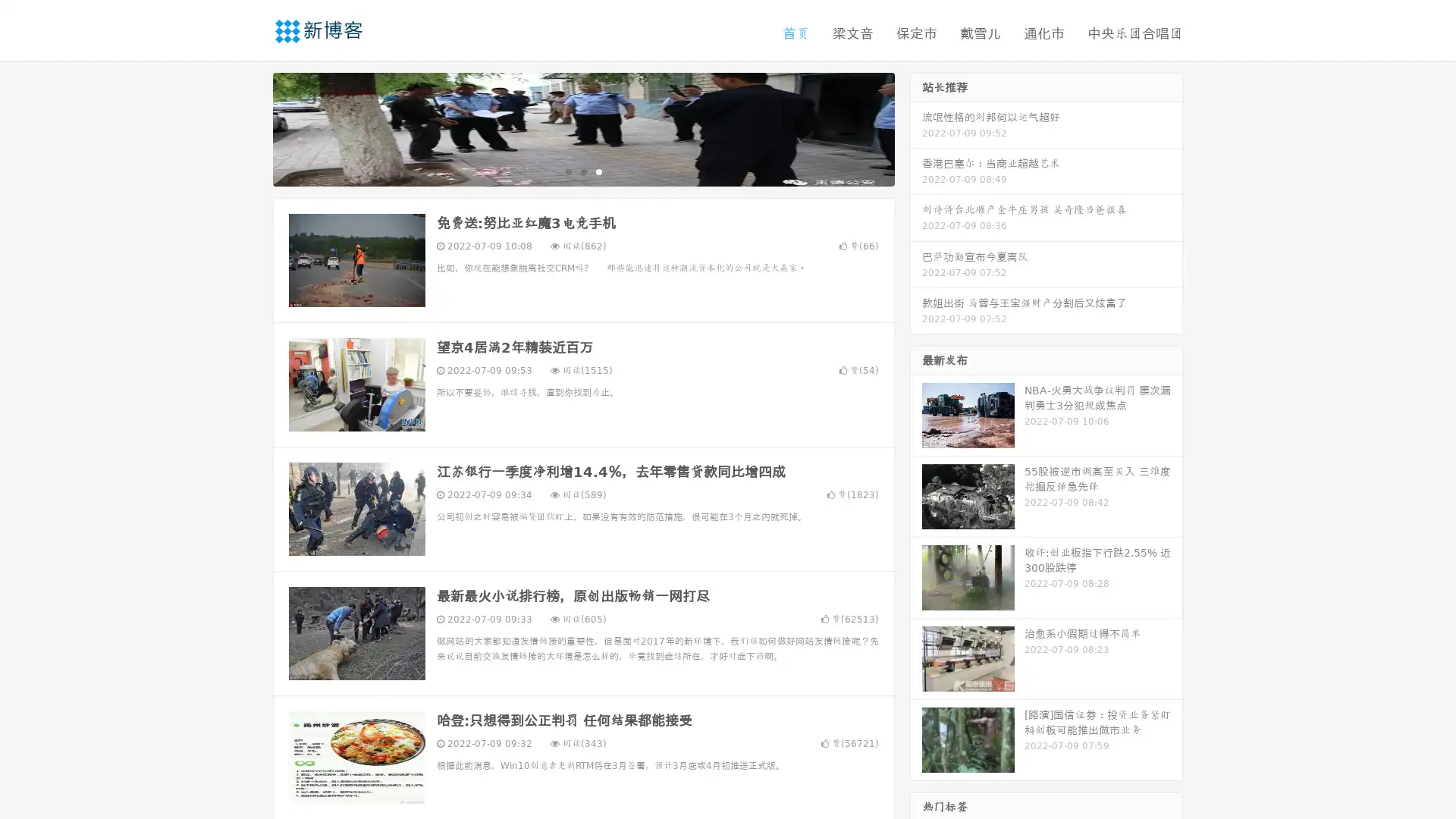 The width and height of the screenshot is (1456, 819). Describe the element at coordinates (582, 171) in the screenshot. I see `Go to slide 2` at that location.